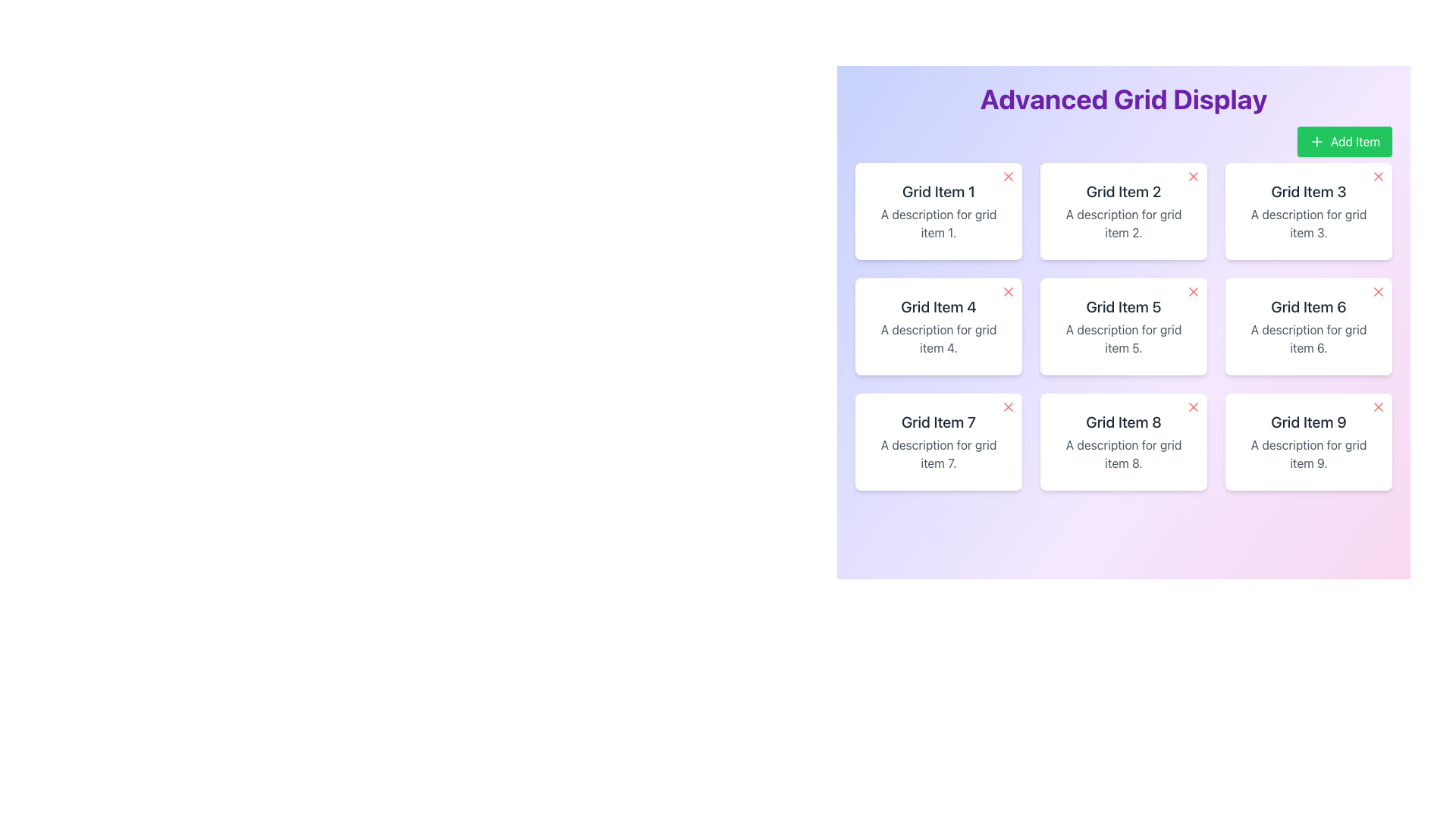  Describe the element at coordinates (1008, 175) in the screenshot. I see `the small red-colored 'X' icon button located at the top-right corner of 'Grid Item 1' card` at that location.